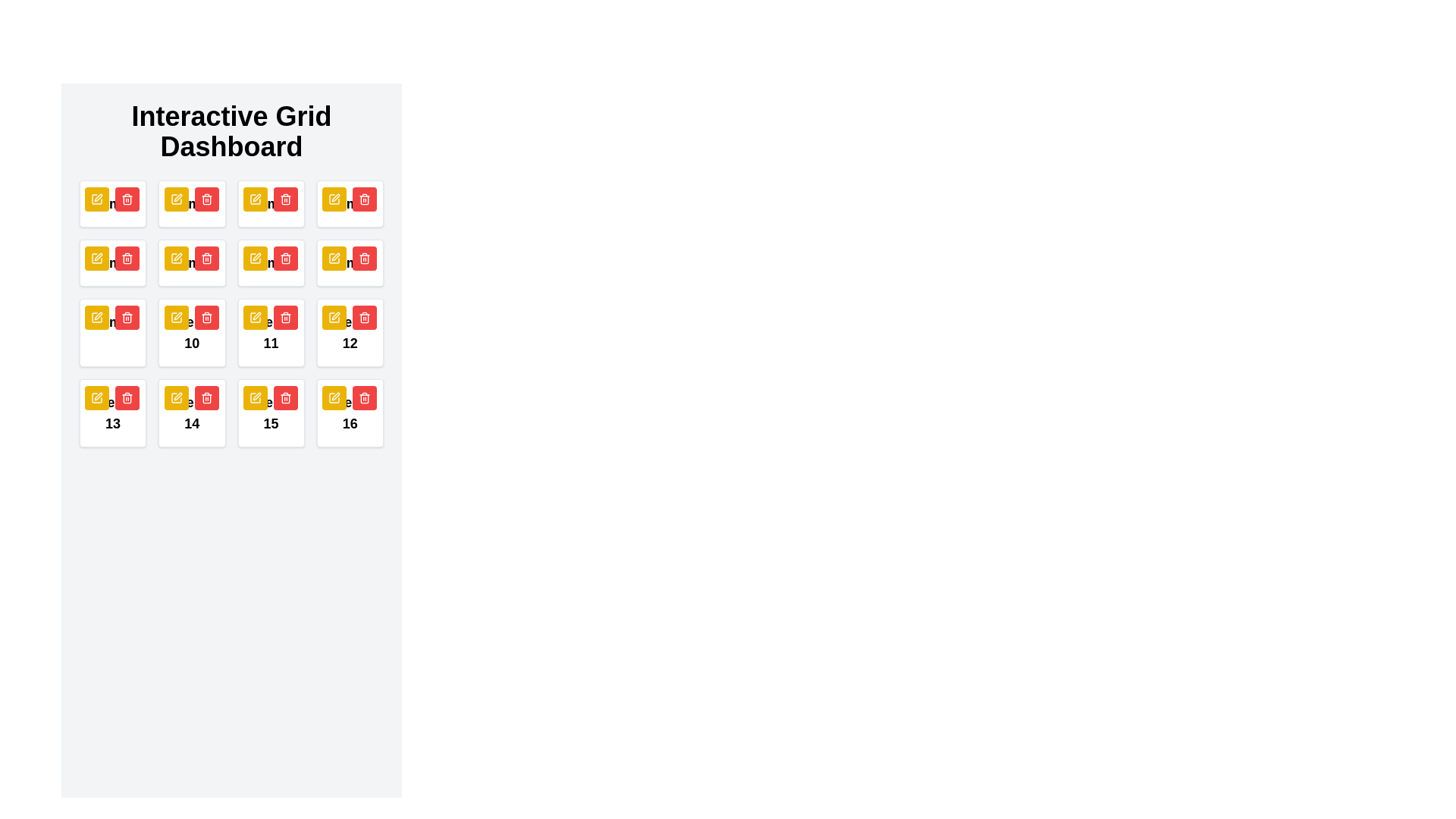 The width and height of the screenshot is (1456, 819). What do you see at coordinates (364, 198) in the screenshot?
I see `the red trash can button with a rounded rectangular shape located in the first row and fourth column of the card` at bounding box center [364, 198].